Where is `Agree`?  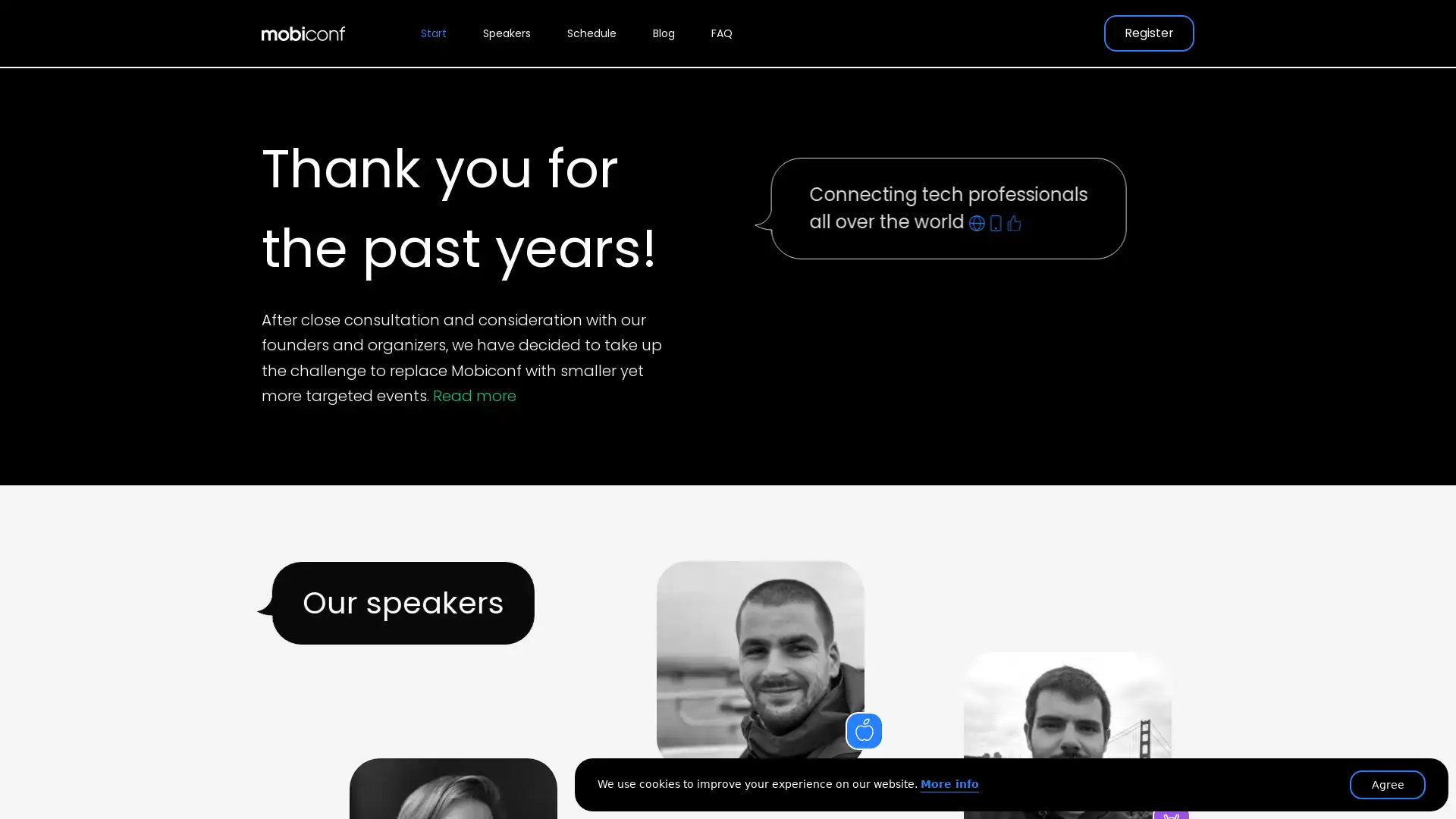 Agree is located at coordinates (1387, 784).